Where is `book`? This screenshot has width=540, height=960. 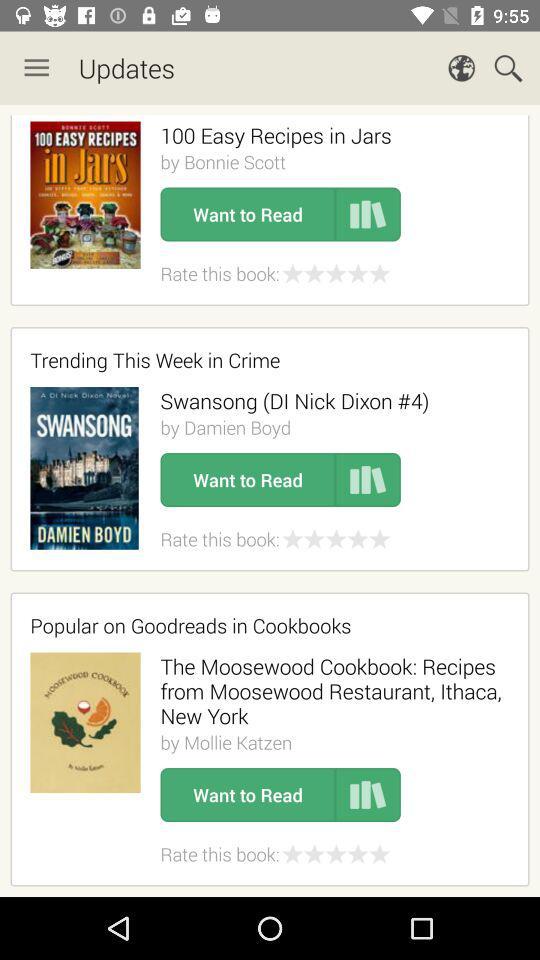 book is located at coordinates (367, 480).